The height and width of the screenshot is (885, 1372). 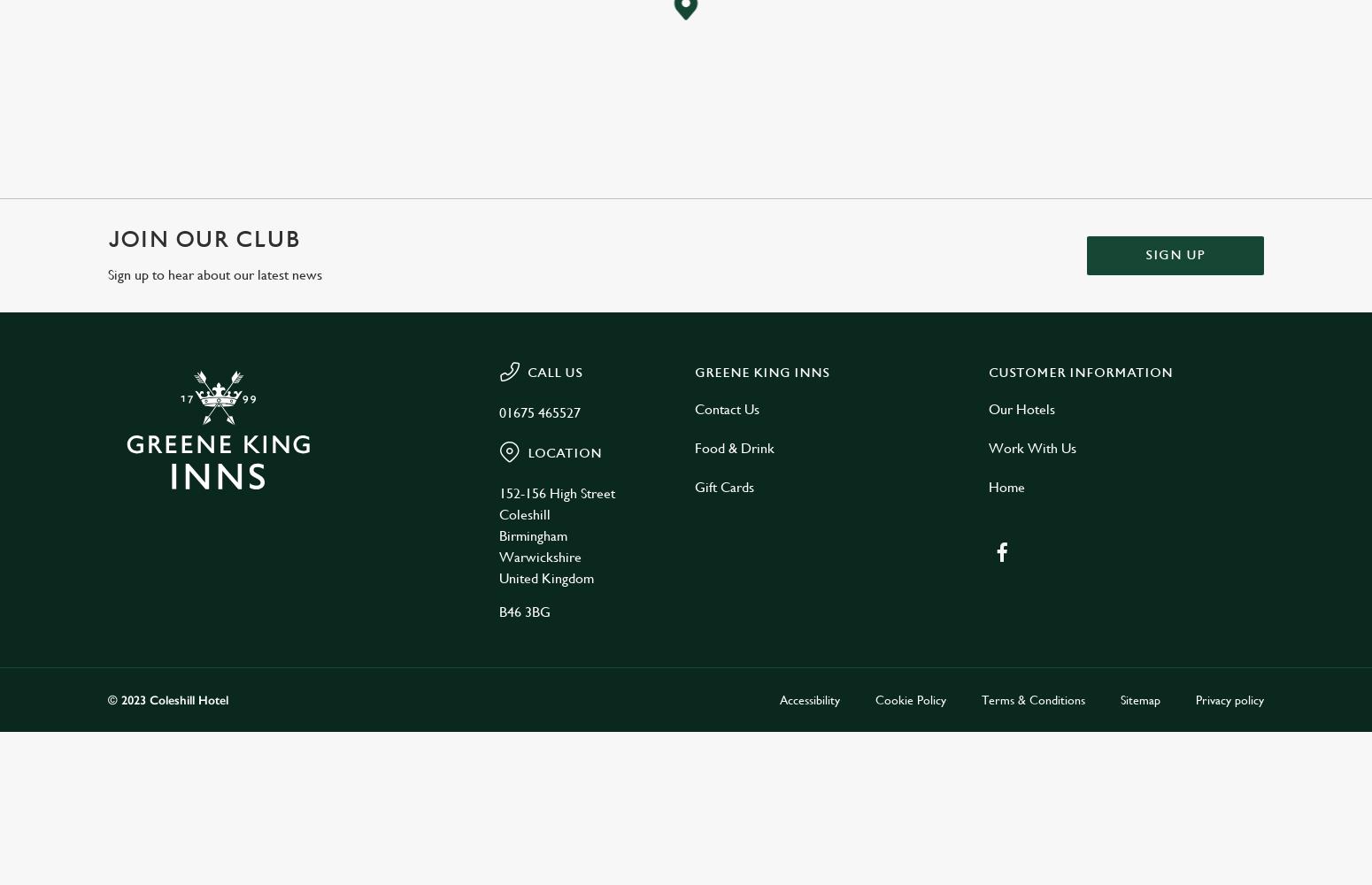 What do you see at coordinates (499, 535) in the screenshot?
I see `'Birmingham'` at bounding box center [499, 535].